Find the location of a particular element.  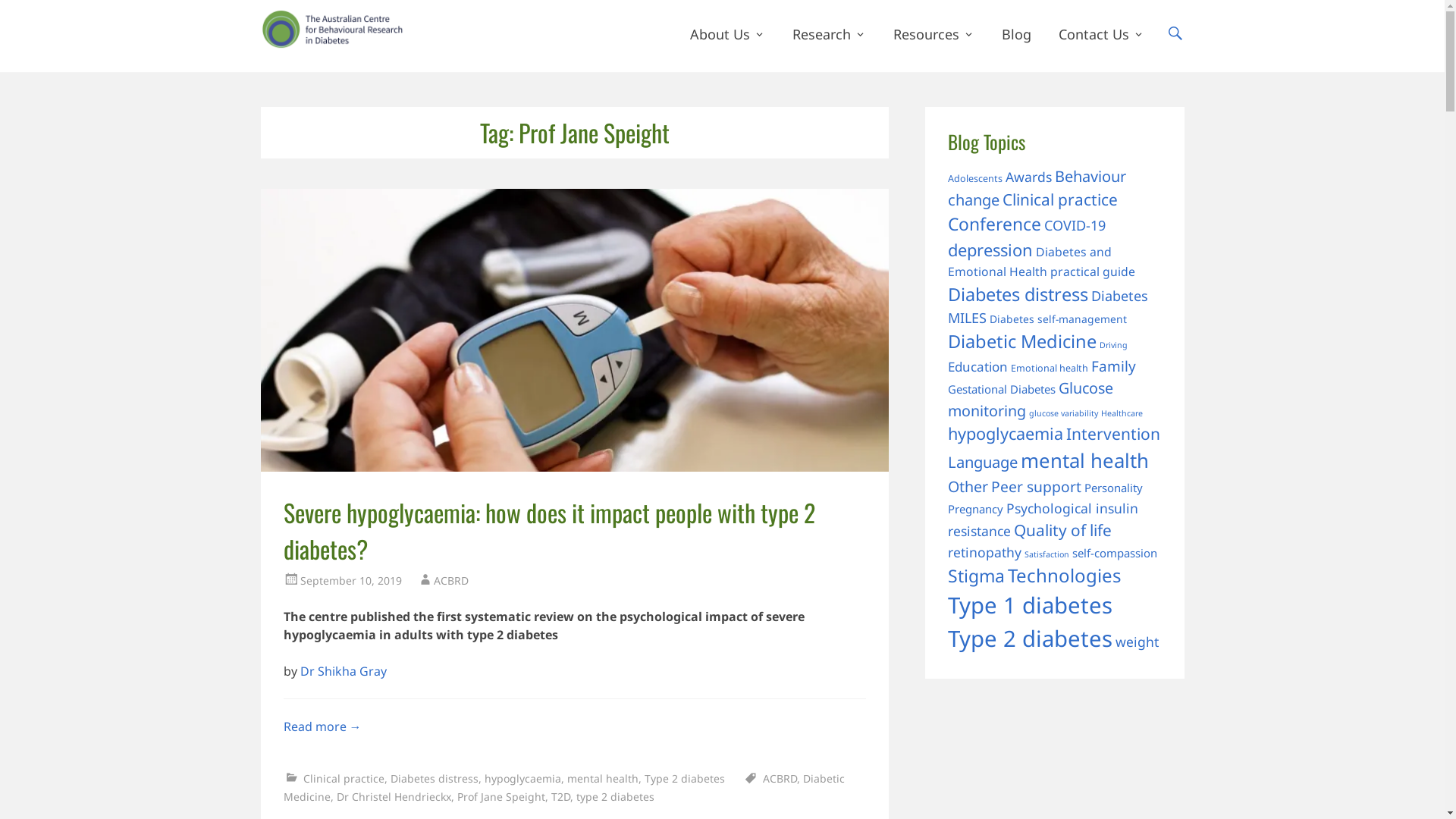

'Awards' is located at coordinates (1028, 175).